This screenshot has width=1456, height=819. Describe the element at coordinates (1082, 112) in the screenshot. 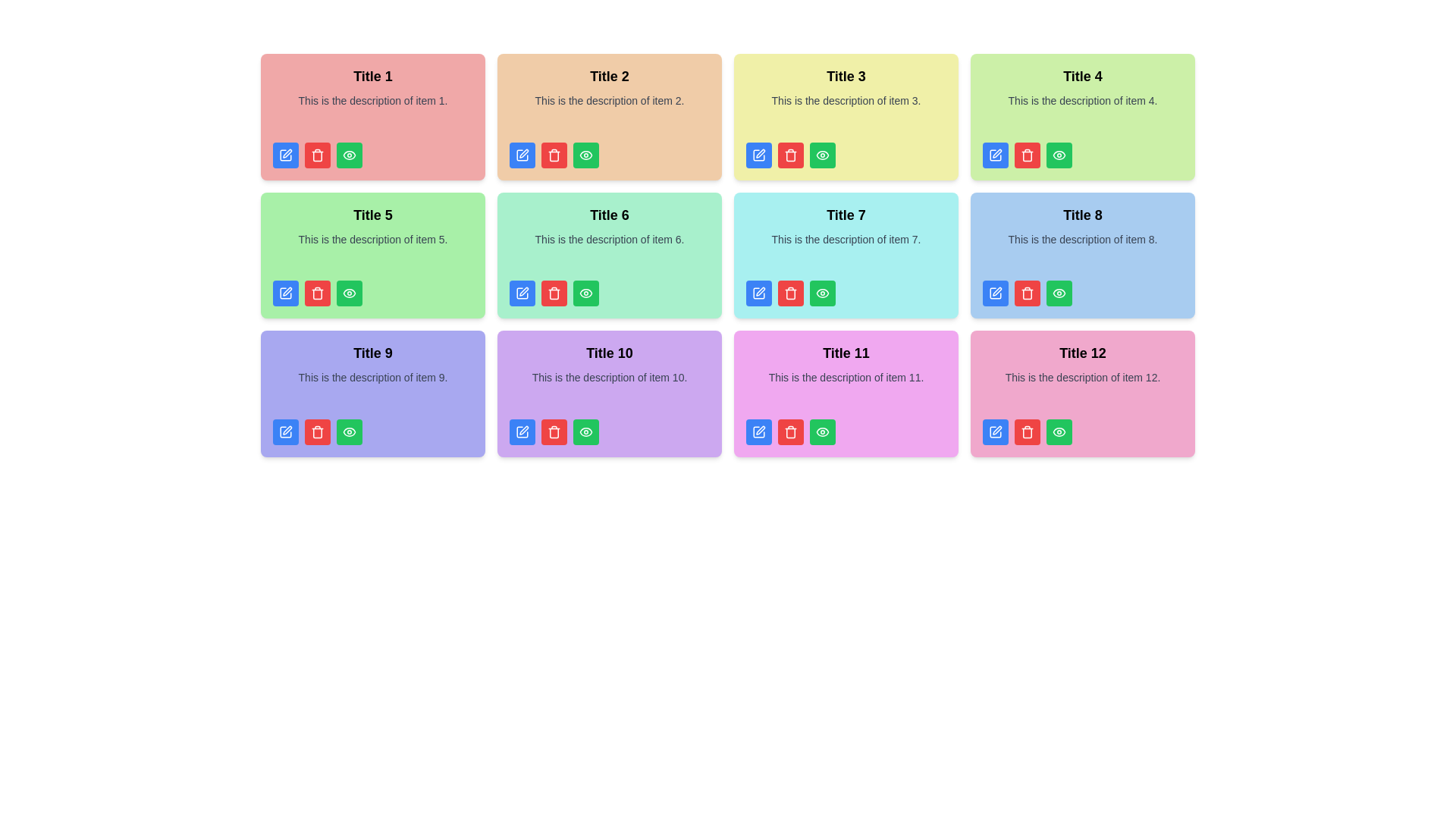

I see `the static text block that provides descriptive information about the card labeled 'Title 4', located within the green card in the top-right section of the interface` at that location.